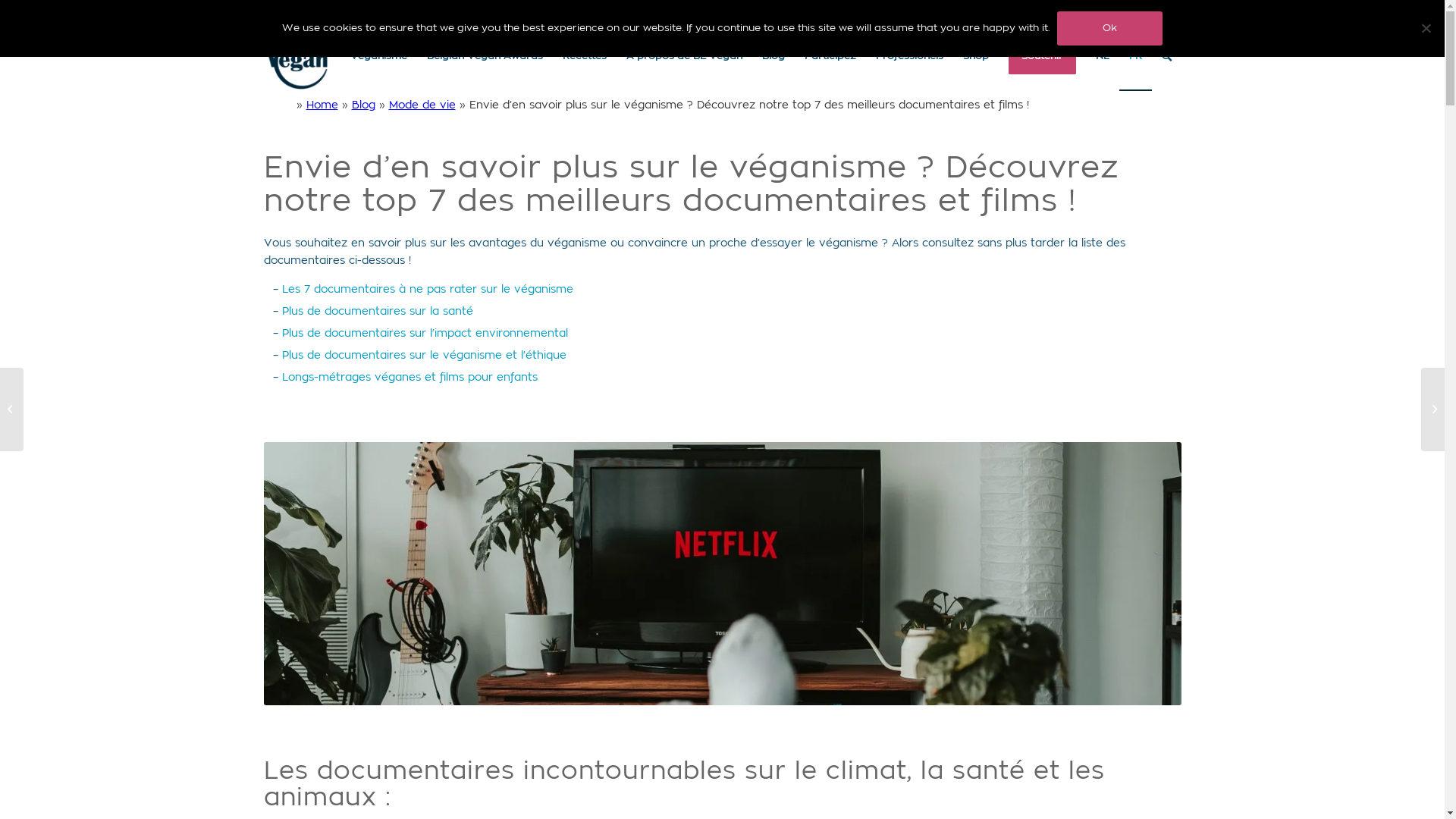  I want to click on 'Shop', so click(952, 55).